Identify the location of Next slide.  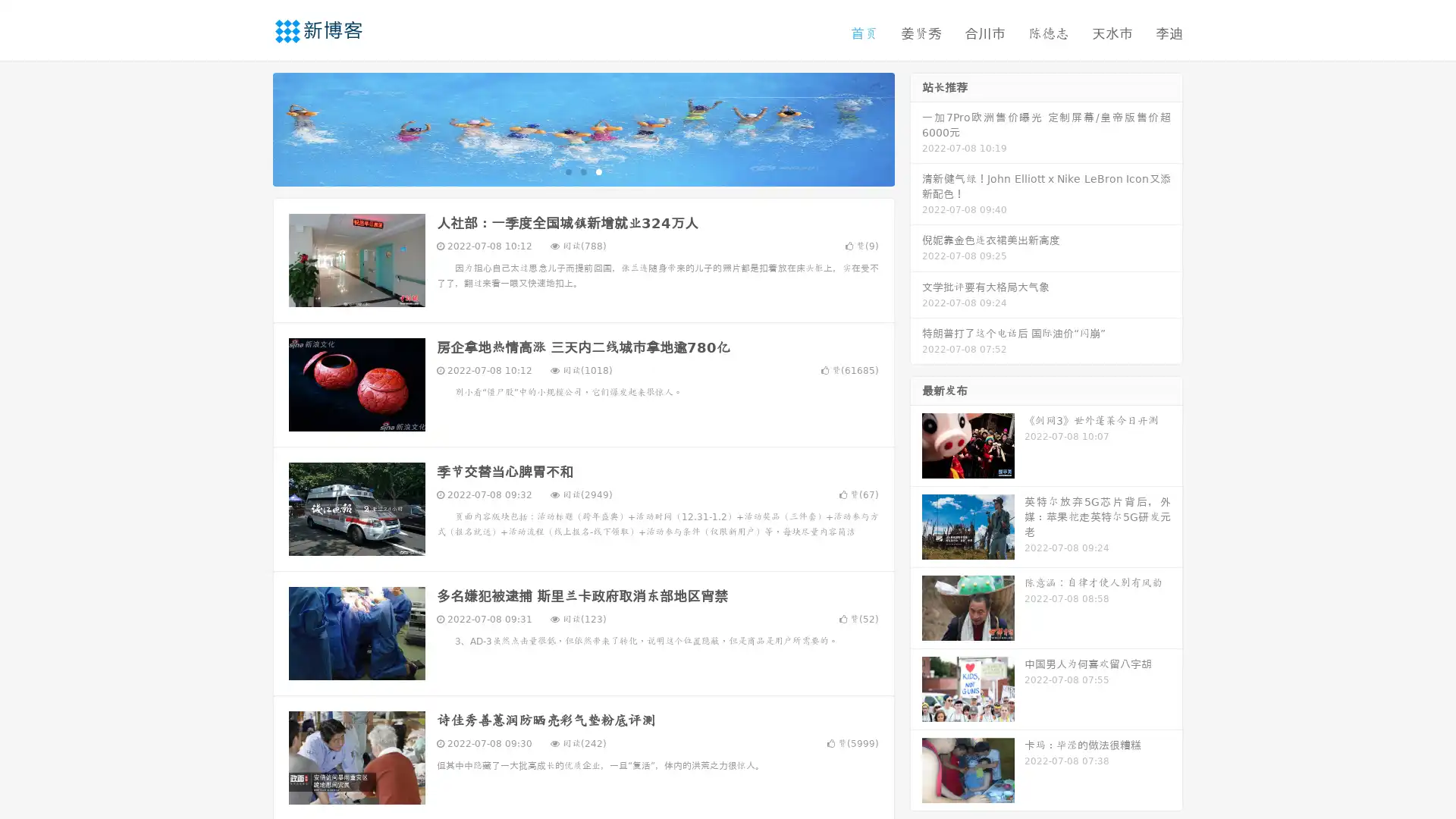
(916, 127).